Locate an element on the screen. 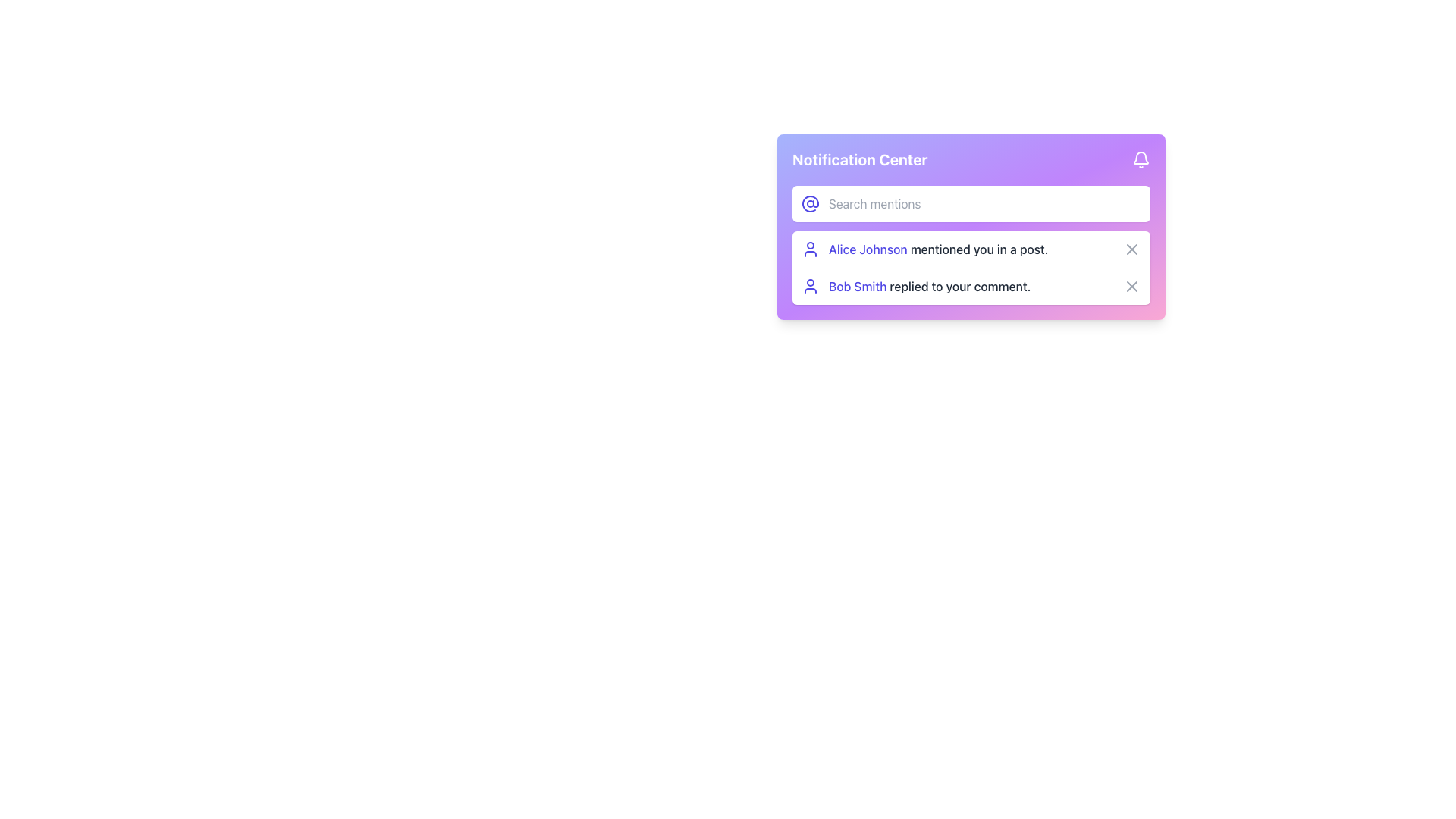 This screenshot has height=819, width=1456. the dismiss 'X' button located at the top right of the notification block that contains the text 'Alice Johnson mentioned you in a post.' is located at coordinates (1131, 248).